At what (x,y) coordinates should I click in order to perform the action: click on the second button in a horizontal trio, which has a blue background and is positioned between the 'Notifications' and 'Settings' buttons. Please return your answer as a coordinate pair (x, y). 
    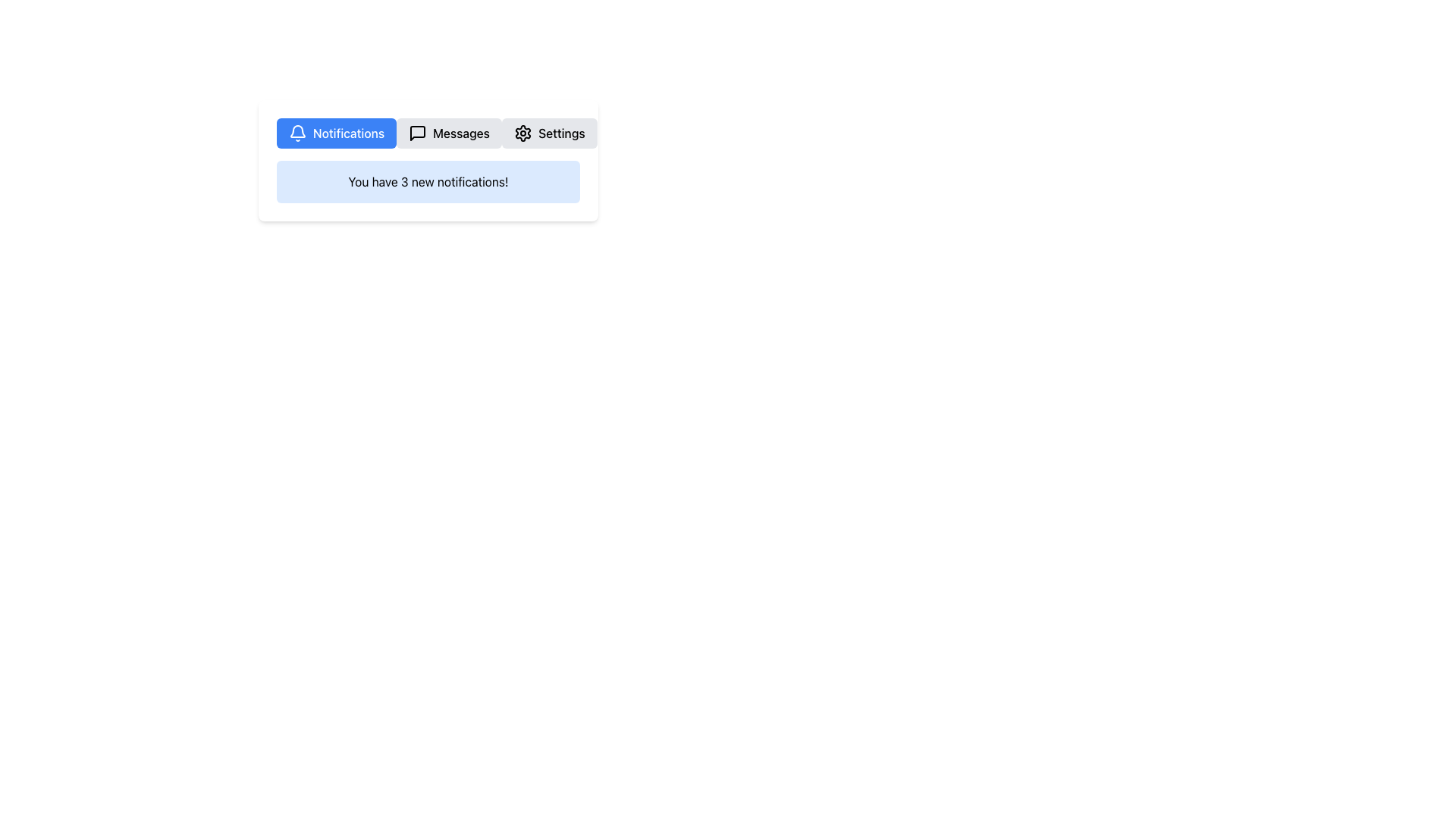
    Looking at the image, I should click on (448, 133).